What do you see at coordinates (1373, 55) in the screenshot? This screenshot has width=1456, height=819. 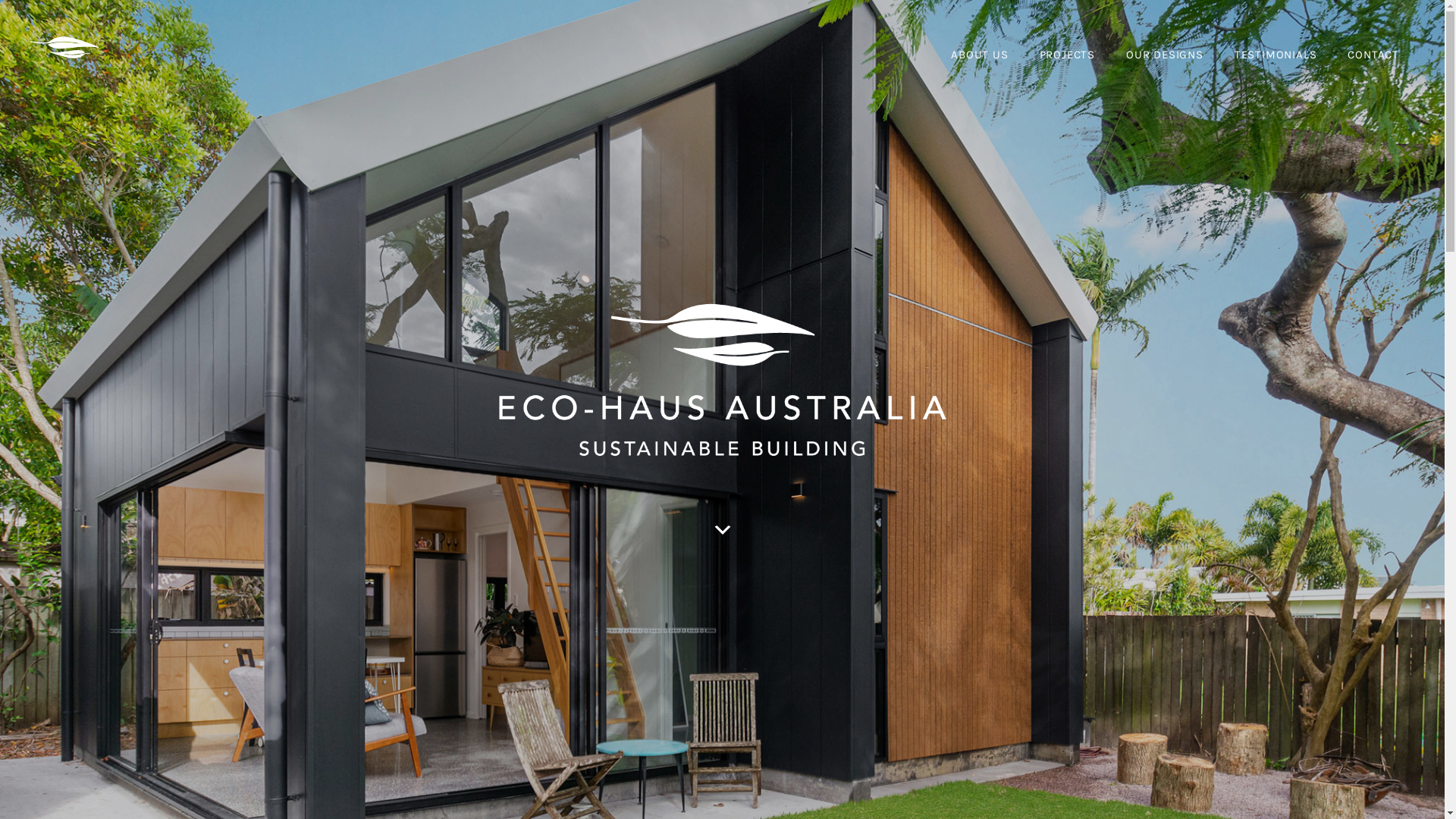 I see `'CONTACT'` at bounding box center [1373, 55].